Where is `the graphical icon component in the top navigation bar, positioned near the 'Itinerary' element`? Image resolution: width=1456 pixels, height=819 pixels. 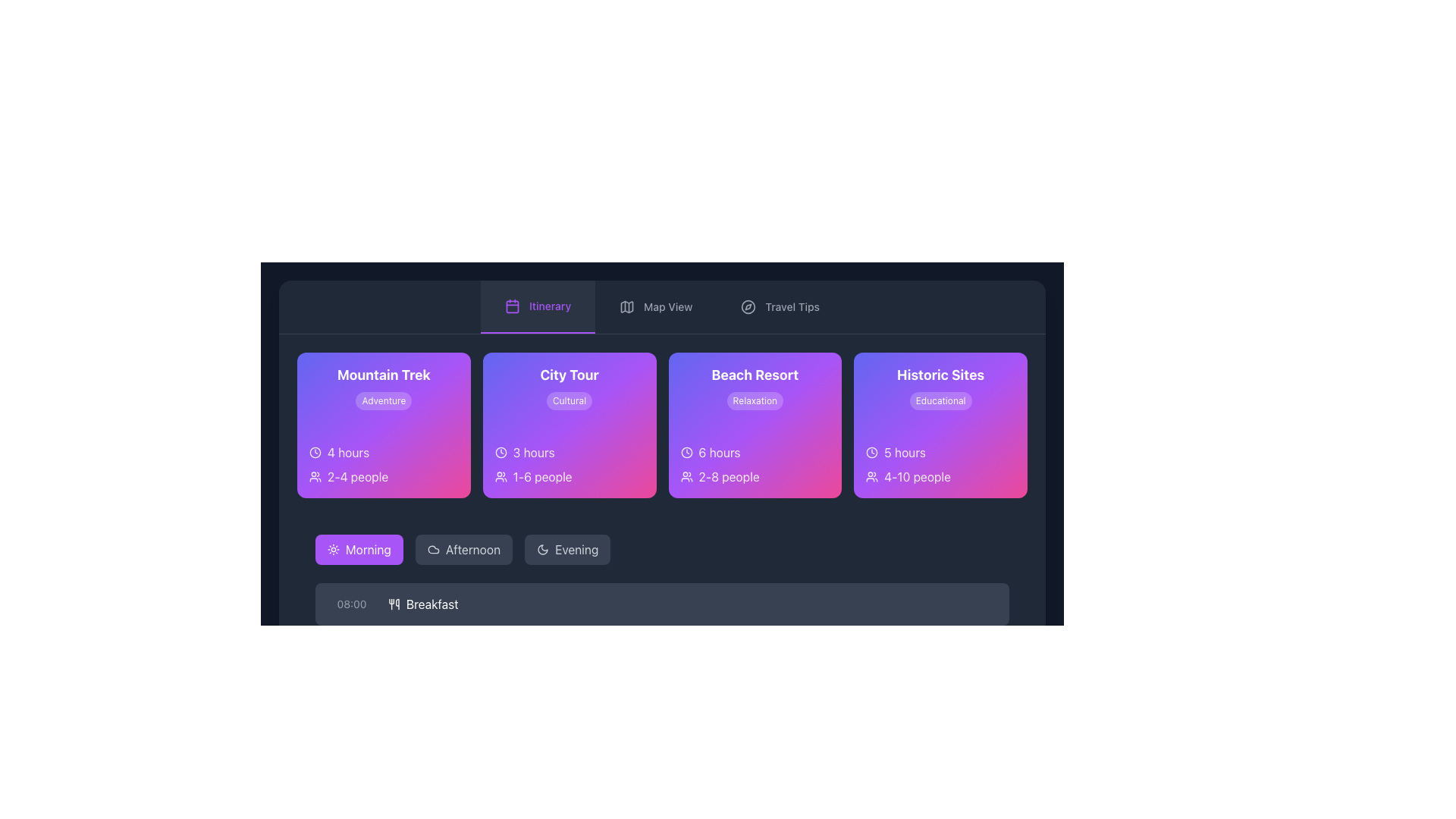
the graphical icon component in the top navigation bar, positioned near the 'Itinerary' element is located at coordinates (513, 306).